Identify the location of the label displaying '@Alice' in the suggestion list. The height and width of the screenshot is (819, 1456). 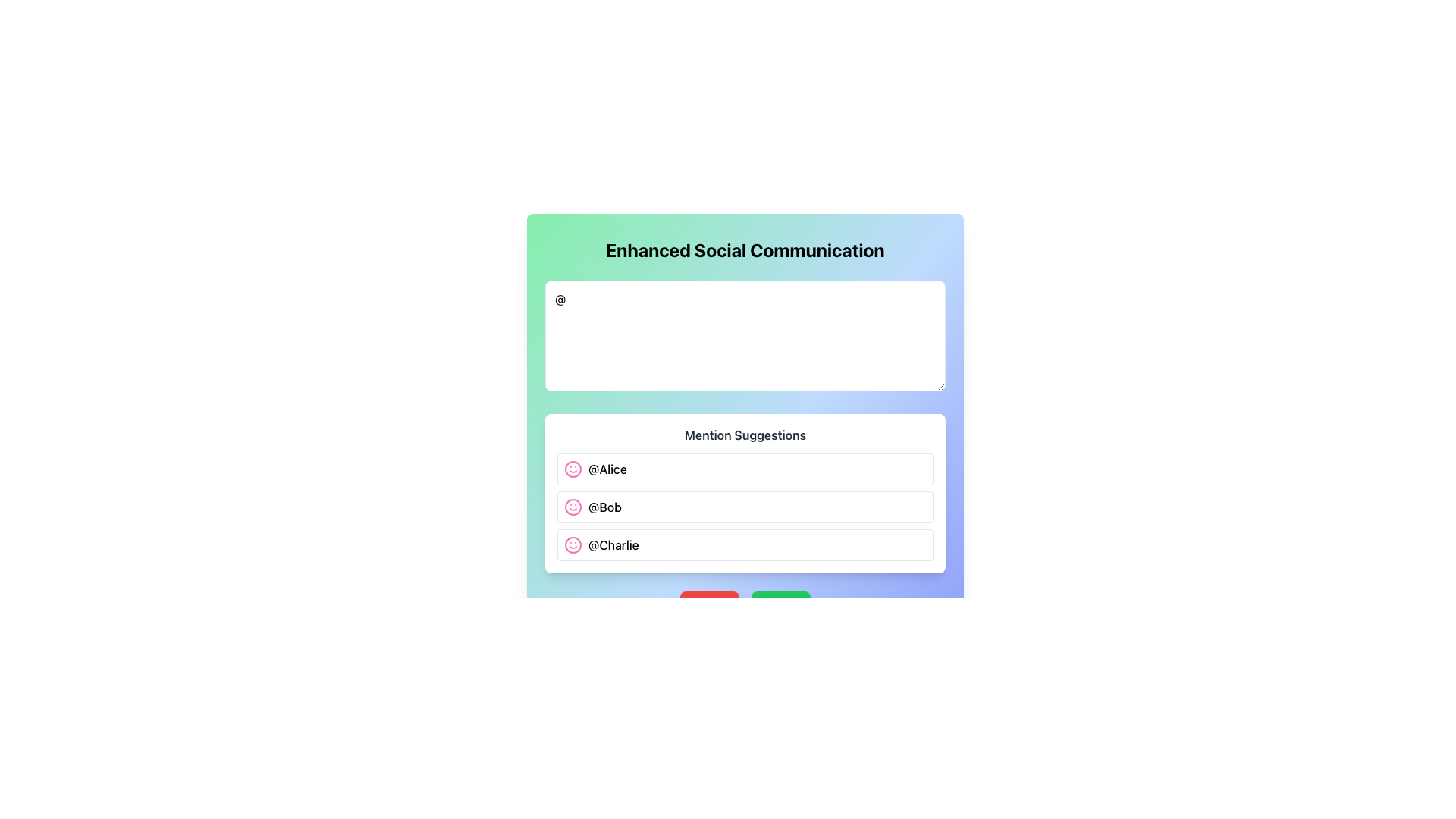
(607, 468).